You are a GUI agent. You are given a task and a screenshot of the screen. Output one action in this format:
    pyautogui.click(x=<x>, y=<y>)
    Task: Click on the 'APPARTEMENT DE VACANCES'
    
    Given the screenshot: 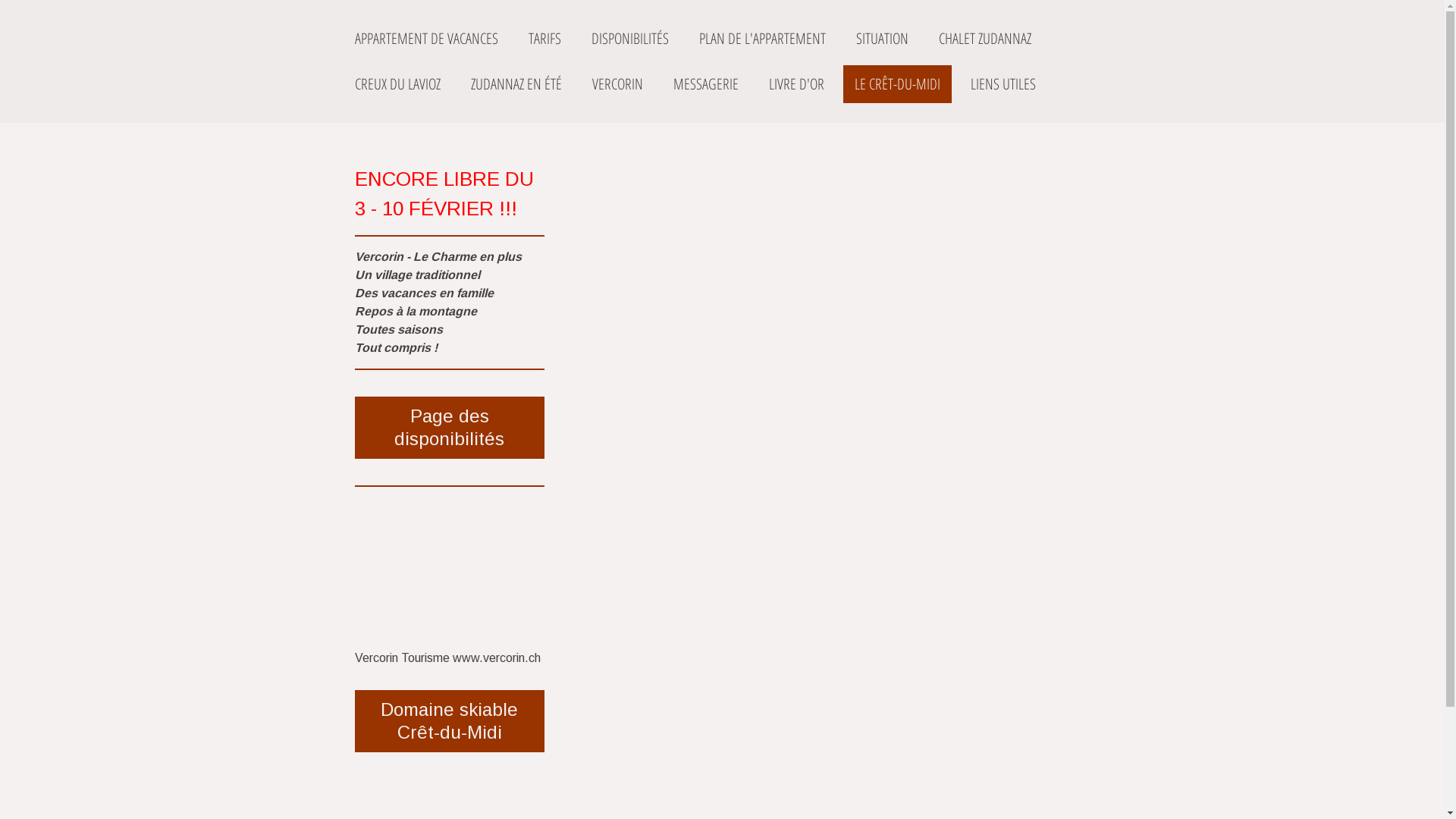 What is the action you would take?
    pyautogui.click(x=425, y=37)
    